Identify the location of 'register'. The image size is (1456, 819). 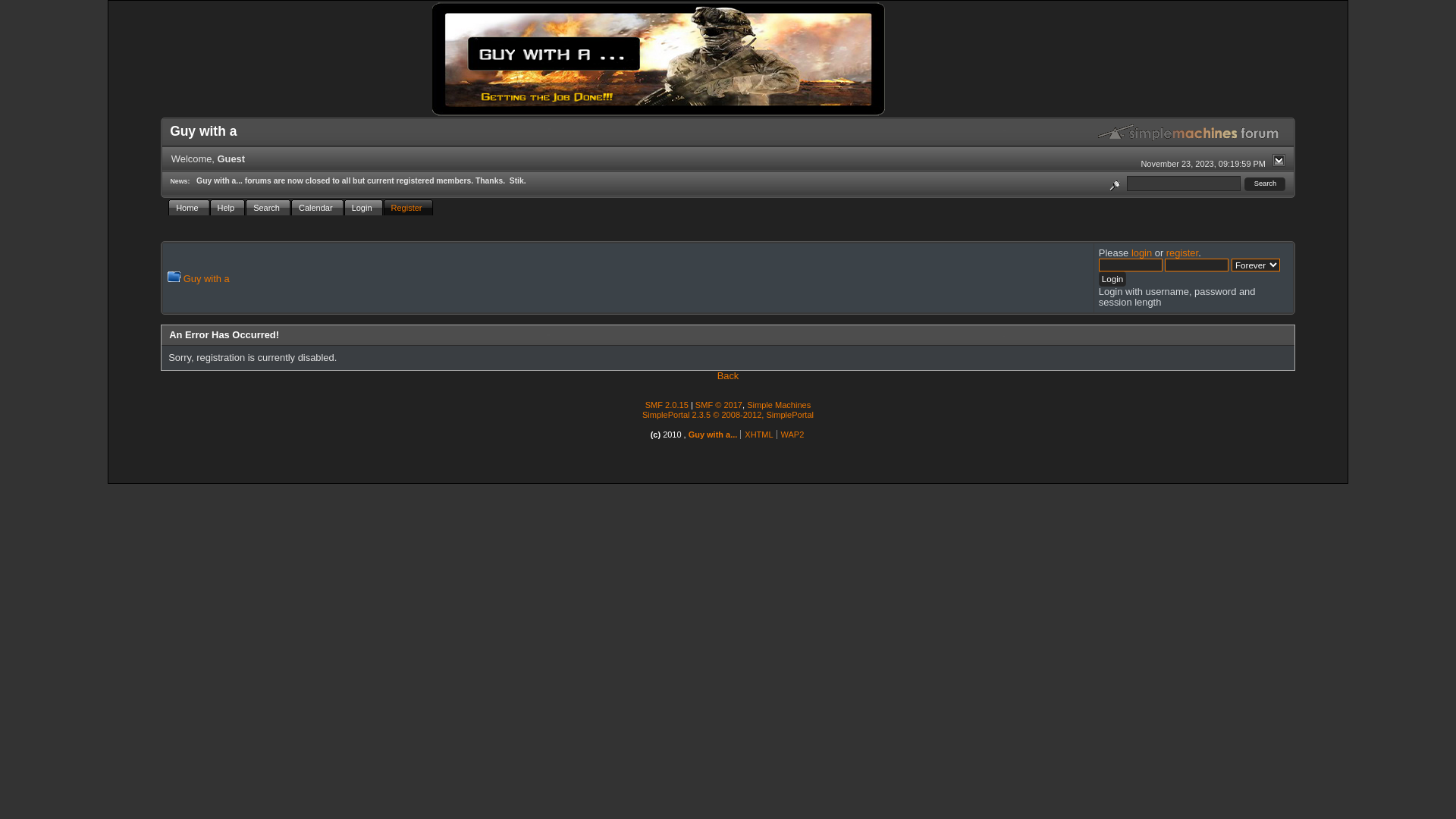
(1181, 252).